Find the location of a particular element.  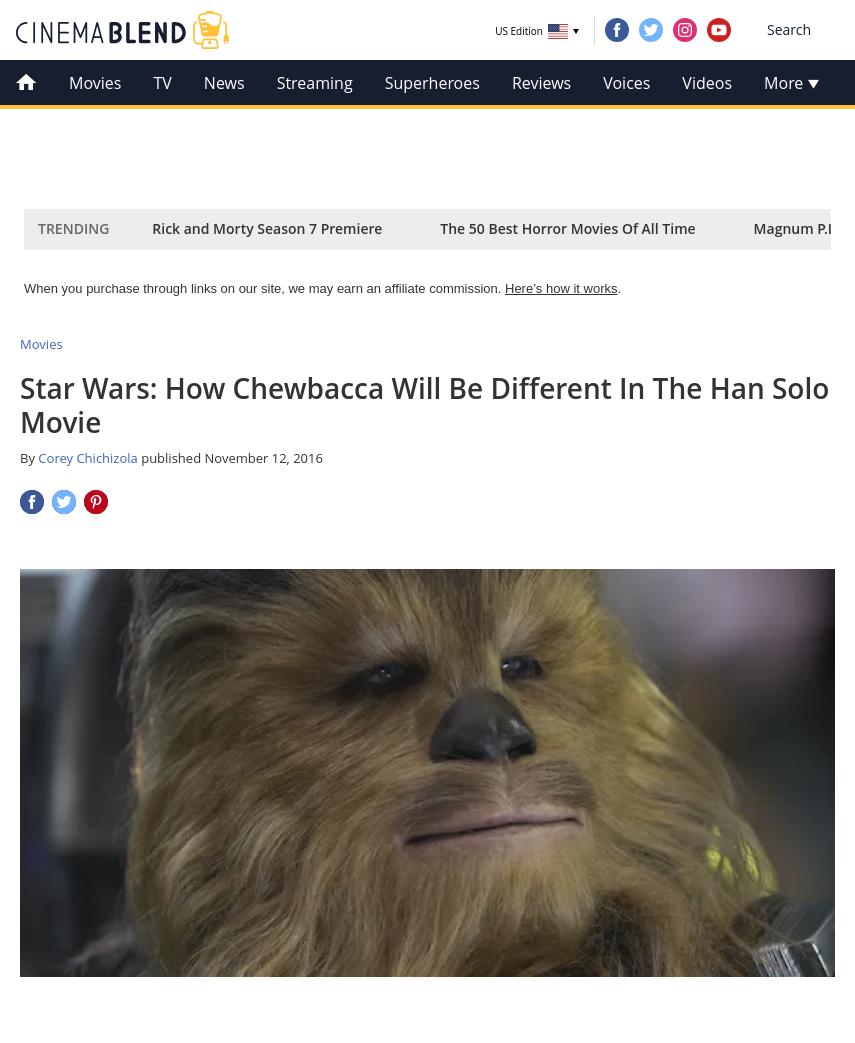

'When you purchase through links on our site, we may earn an affiliate commission.' is located at coordinates (264, 288).